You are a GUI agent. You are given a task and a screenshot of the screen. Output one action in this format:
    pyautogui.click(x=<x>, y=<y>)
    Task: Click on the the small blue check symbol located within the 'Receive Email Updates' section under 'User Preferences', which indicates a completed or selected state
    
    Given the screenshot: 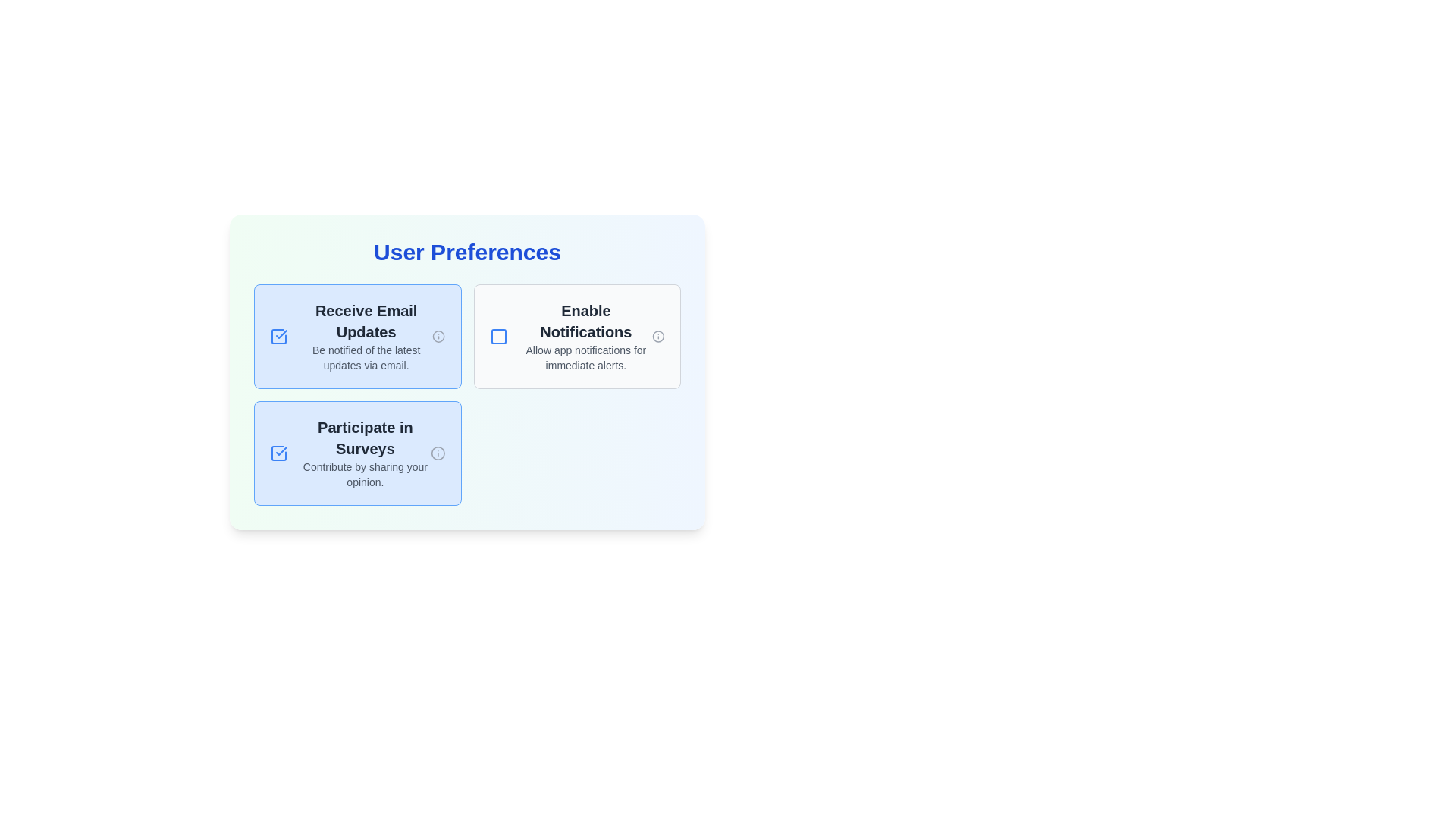 What is the action you would take?
    pyautogui.click(x=281, y=450)
    